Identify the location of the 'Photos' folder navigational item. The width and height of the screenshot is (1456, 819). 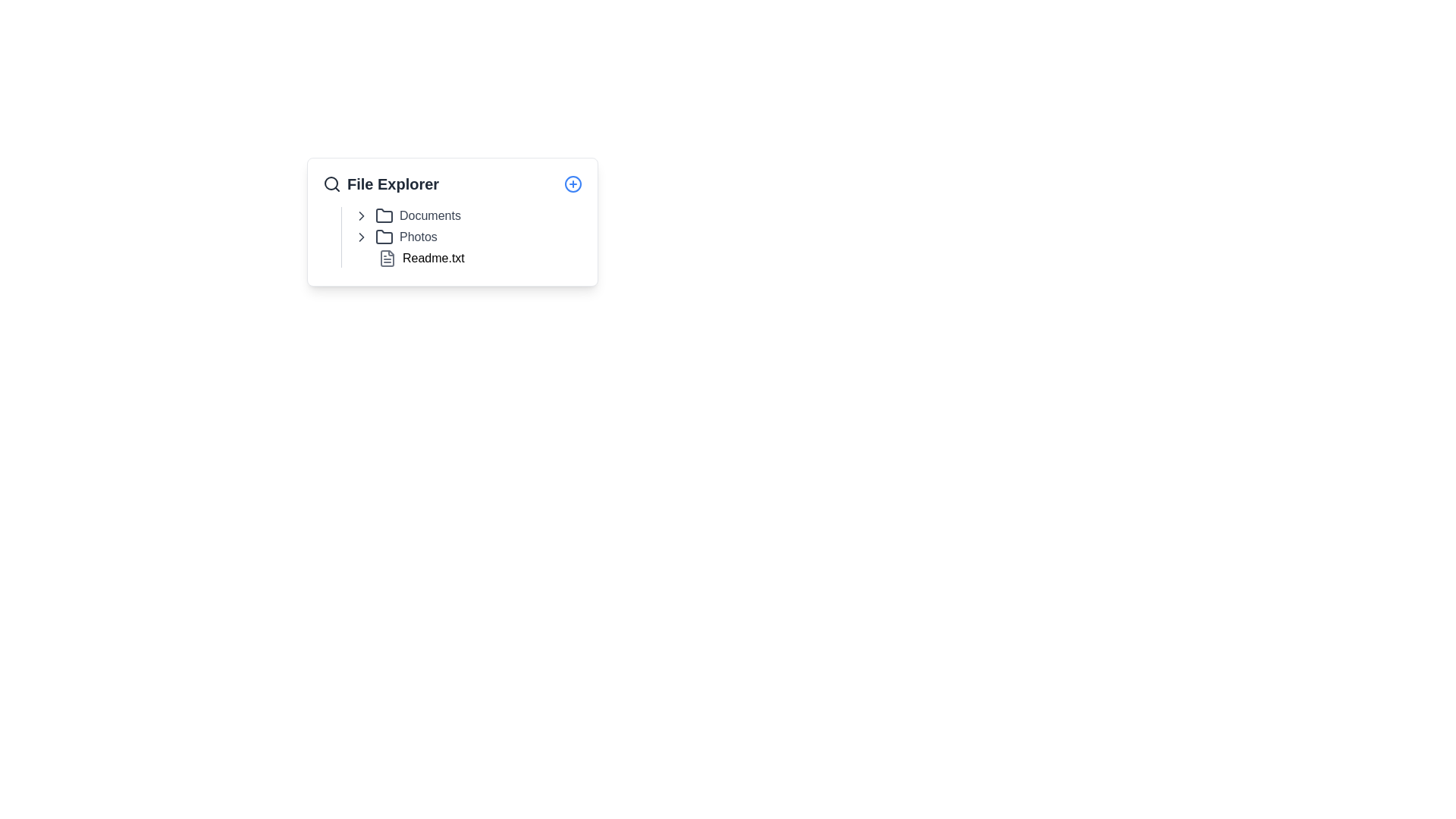
(395, 237).